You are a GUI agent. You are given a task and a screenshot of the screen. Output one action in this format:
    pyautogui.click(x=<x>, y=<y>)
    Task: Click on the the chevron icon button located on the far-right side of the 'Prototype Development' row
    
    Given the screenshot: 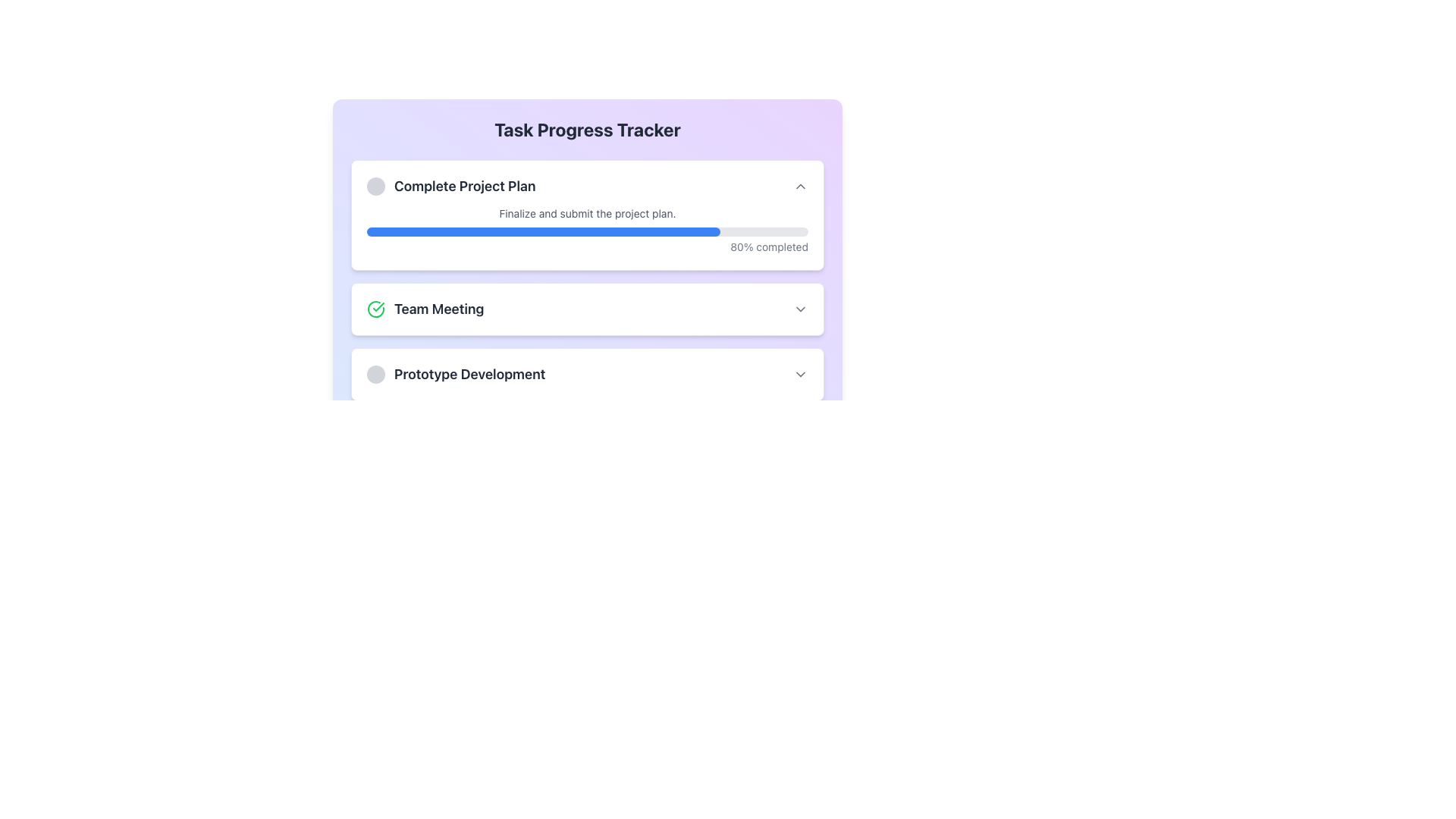 What is the action you would take?
    pyautogui.click(x=800, y=374)
    